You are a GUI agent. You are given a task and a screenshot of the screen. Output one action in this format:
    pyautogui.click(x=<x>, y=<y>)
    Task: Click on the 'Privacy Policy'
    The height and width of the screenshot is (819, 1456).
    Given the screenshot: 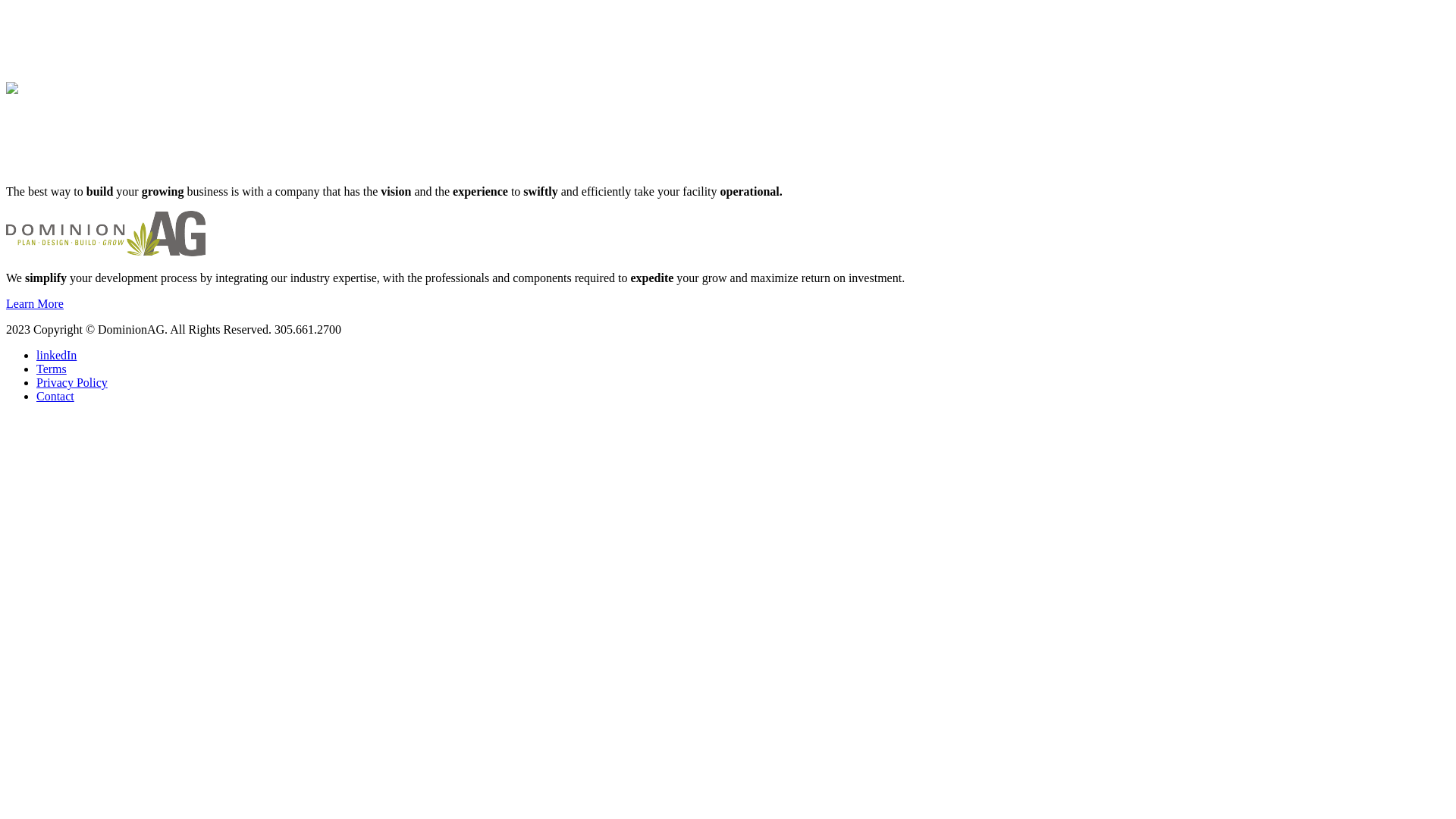 What is the action you would take?
    pyautogui.click(x=71, y=381)
    